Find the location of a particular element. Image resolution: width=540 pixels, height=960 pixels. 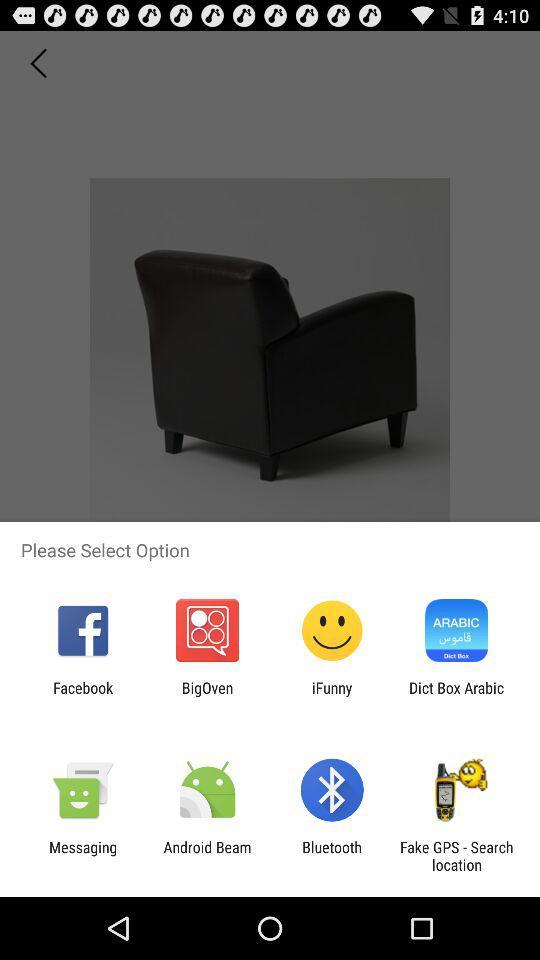

messaging icon is located at coordinates (82, 855).